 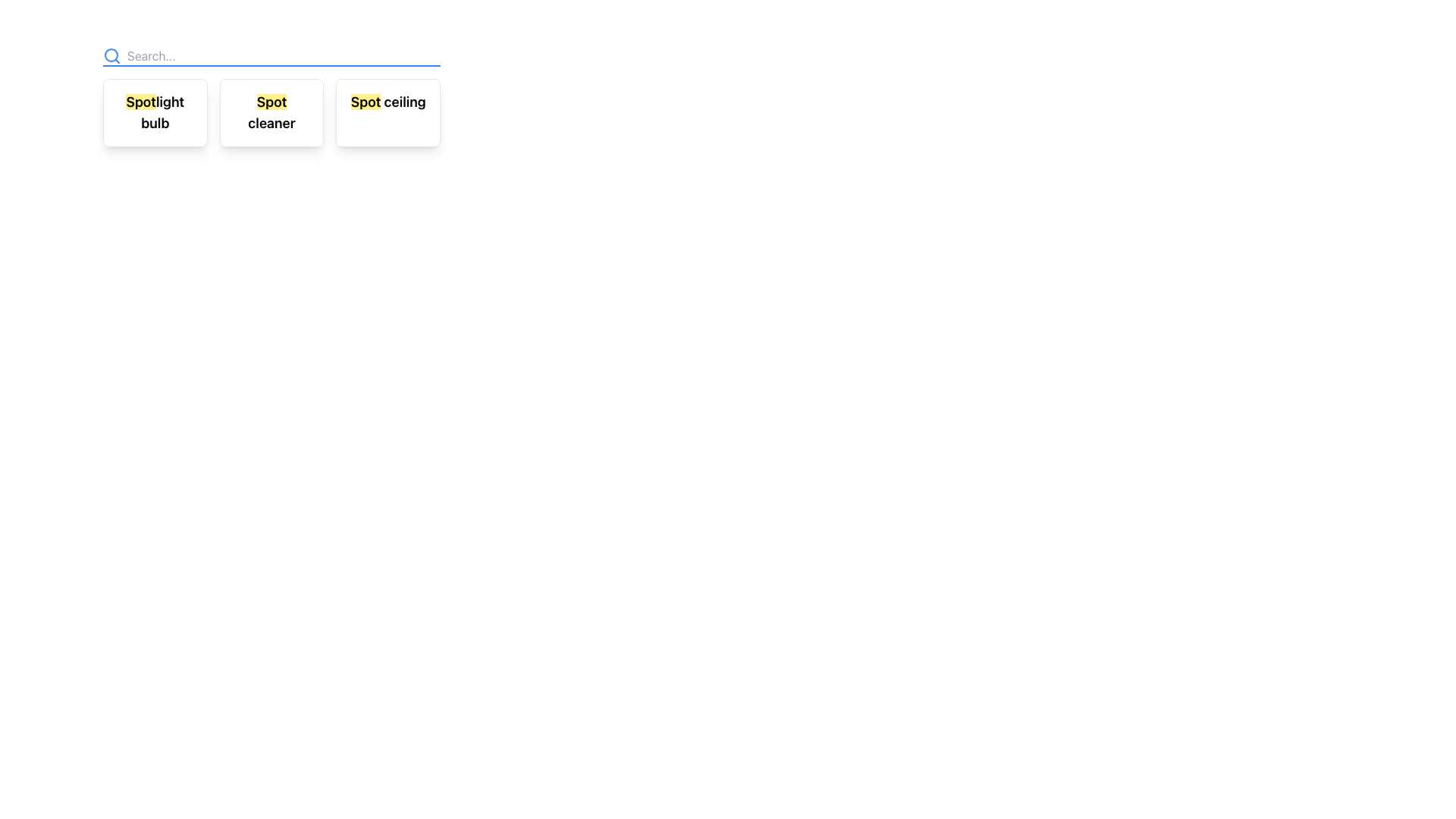 What do you see at coordinates (271, 96) in the screenshot?
I see `the second card labeled 'Spot cleaner' within the grid layout of three feature cards positioned beneath the search bar` at bounding box center [271, 96].